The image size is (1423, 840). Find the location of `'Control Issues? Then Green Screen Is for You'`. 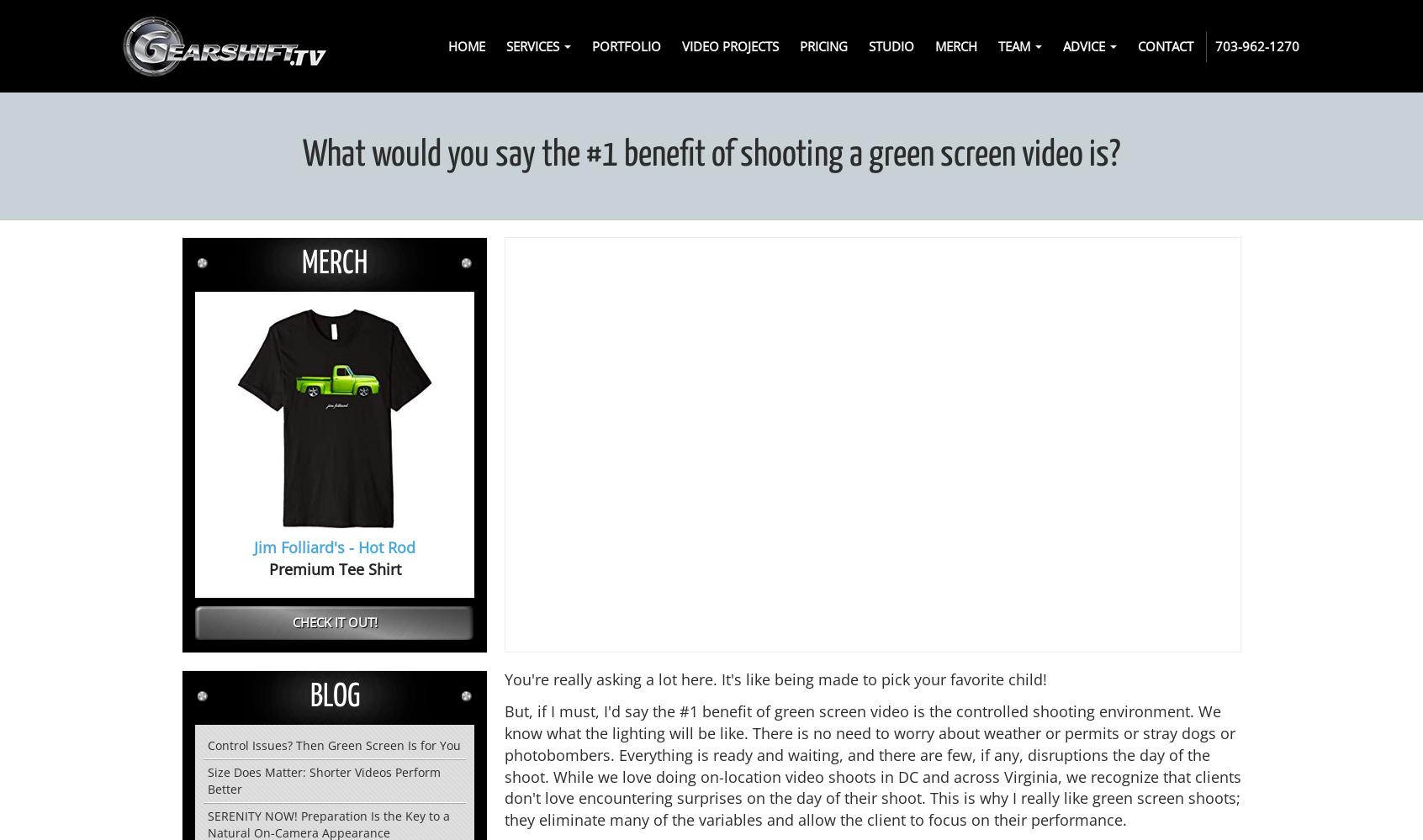

'Control Issues? Then Green Screen Is for You' is located at coordinates (334, 743).